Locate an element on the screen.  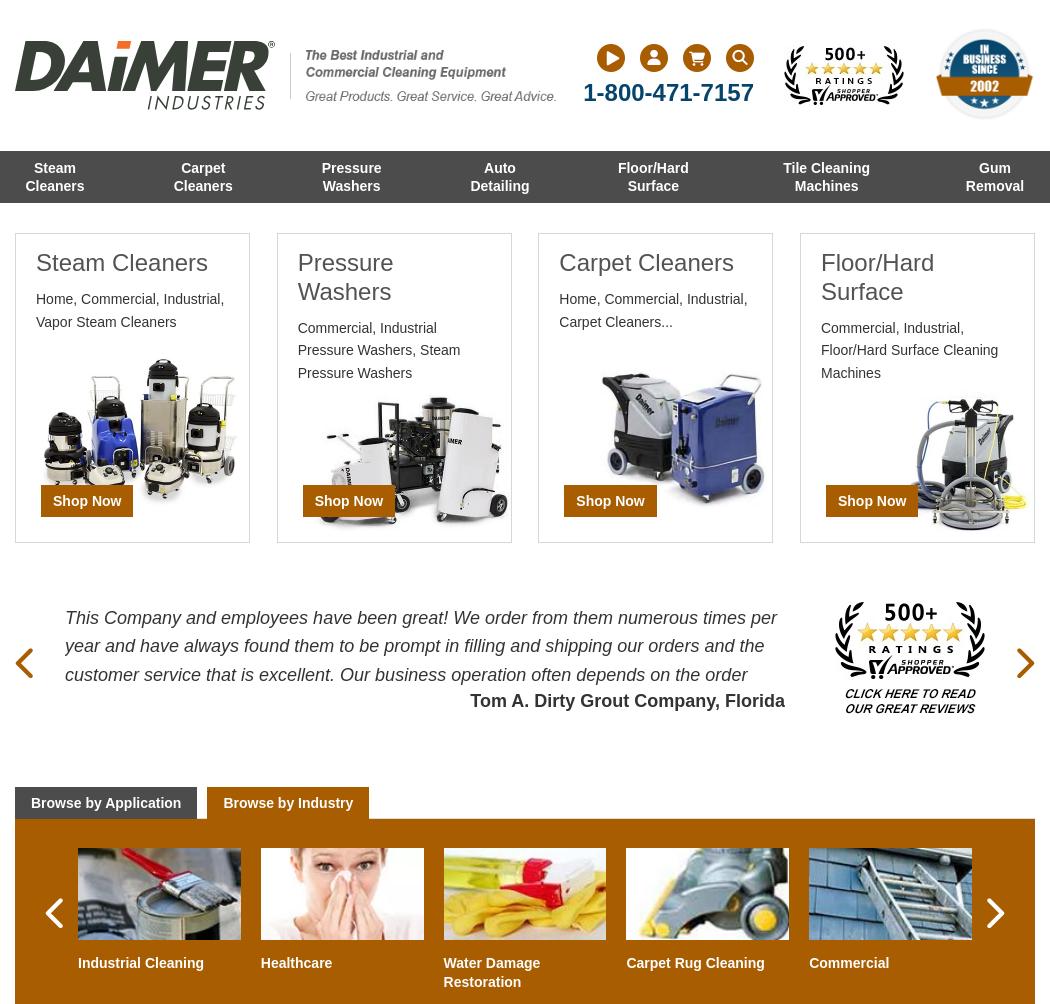
'Commercial' is located at coordinates (849, 961).